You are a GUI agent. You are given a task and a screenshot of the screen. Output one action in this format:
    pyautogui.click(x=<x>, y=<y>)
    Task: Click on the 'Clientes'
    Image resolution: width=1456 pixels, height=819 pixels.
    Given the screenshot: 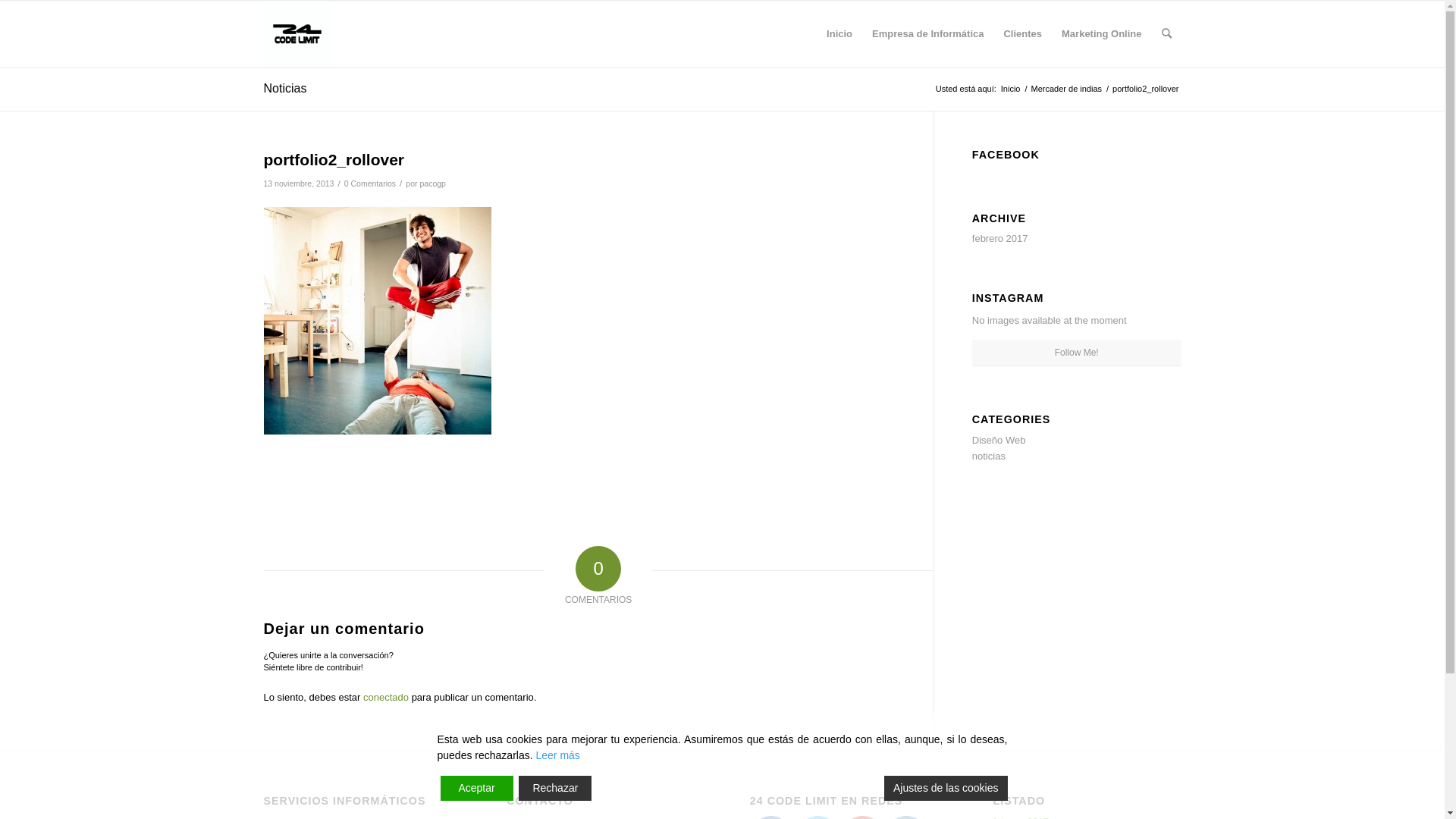 What is the action you would take?
    pyautogui.click(x=993, y=34)
    